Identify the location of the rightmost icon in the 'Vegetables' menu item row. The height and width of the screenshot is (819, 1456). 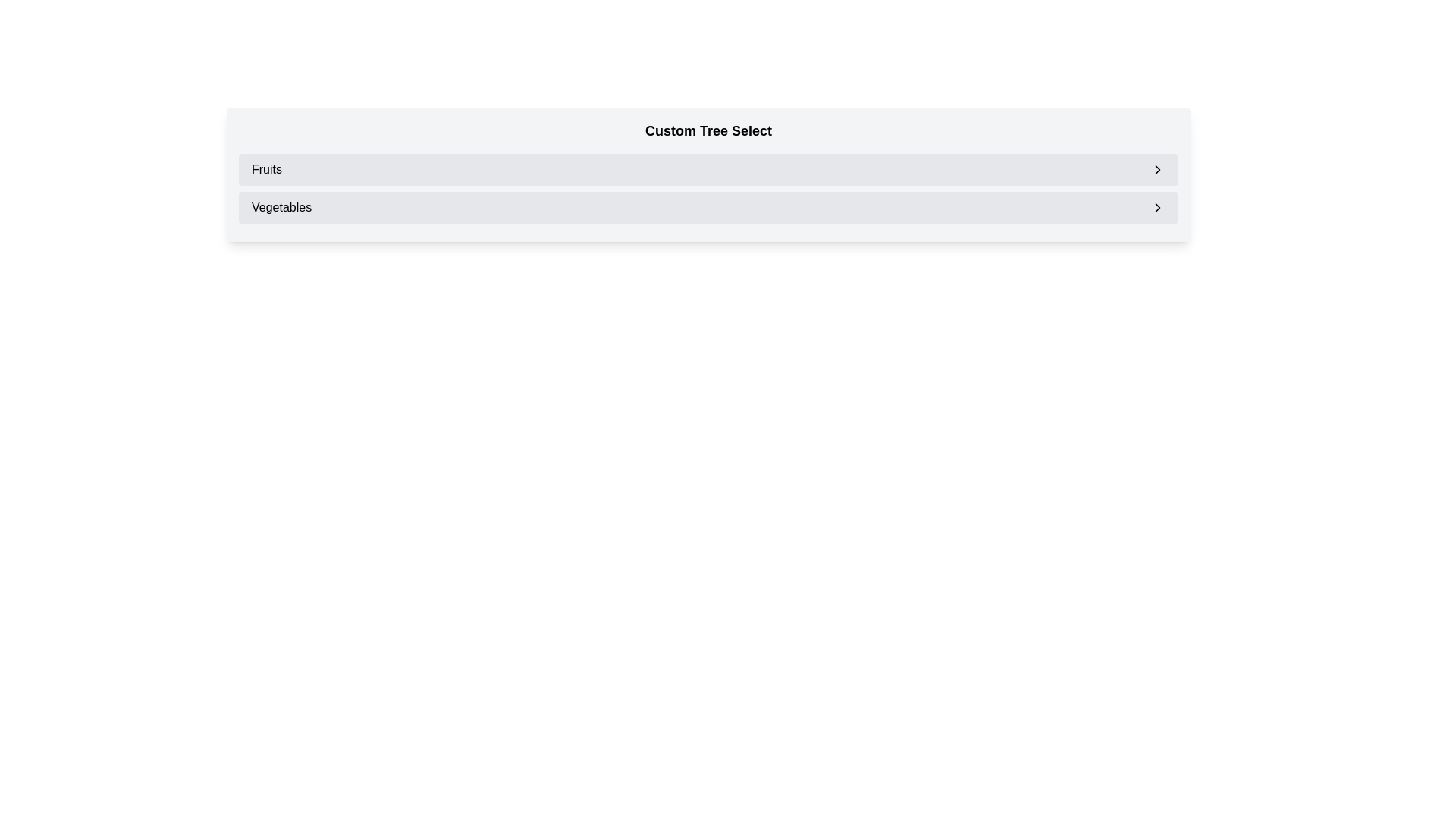
(1156, 207).